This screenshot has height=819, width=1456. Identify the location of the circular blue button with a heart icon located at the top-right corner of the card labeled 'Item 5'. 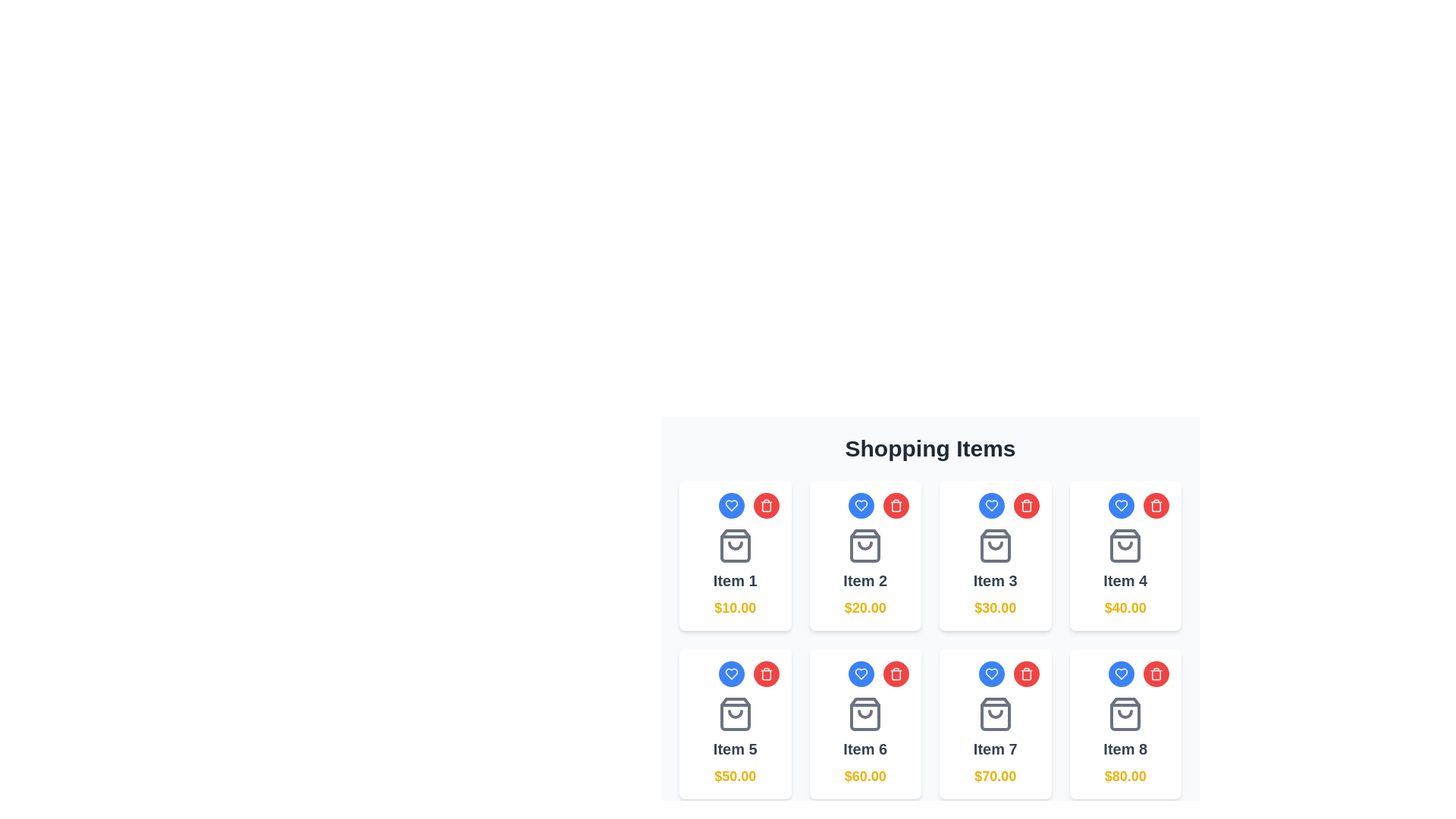
(731, 673).